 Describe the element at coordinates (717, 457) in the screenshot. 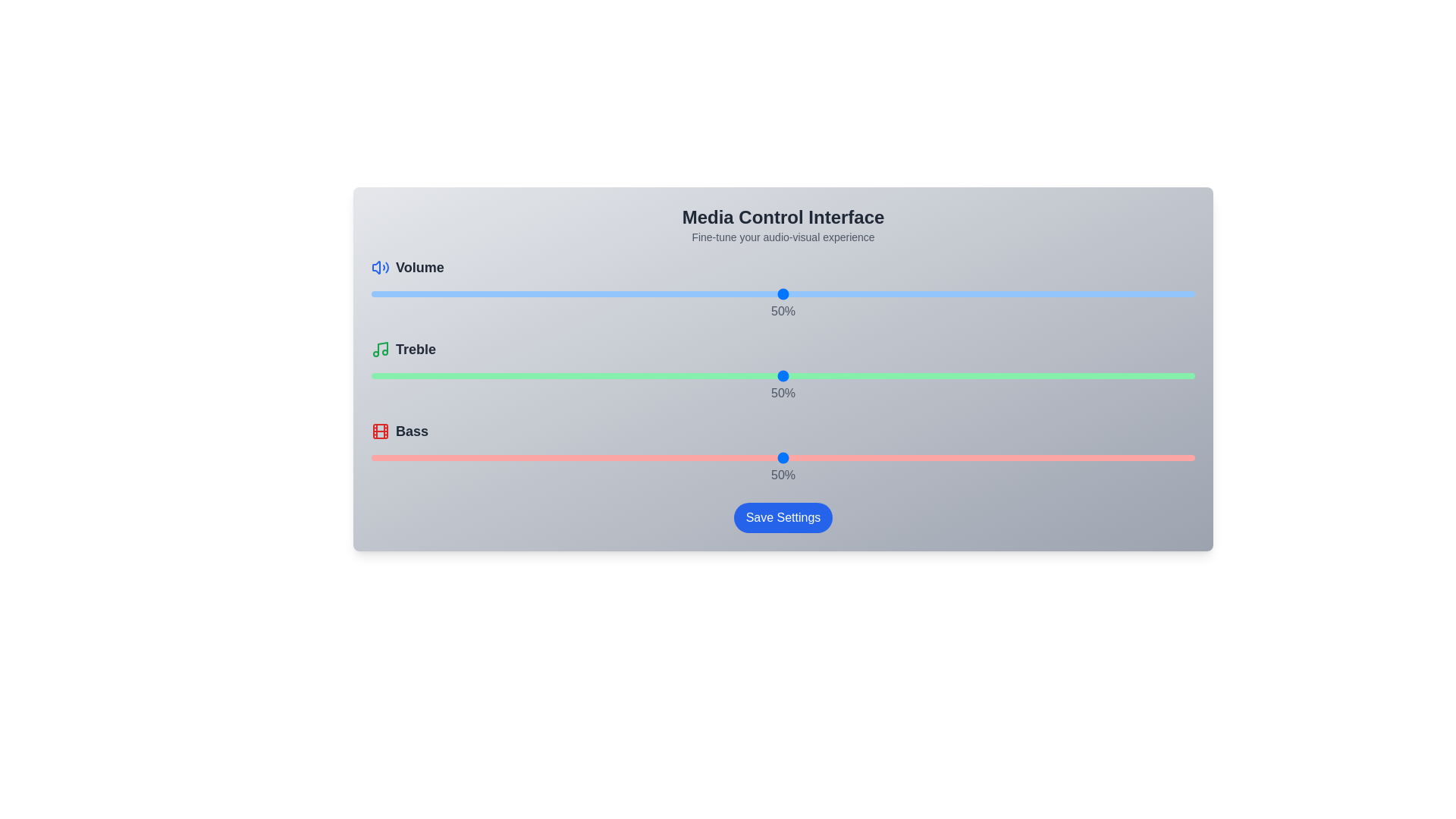

I see `bass level` at that location.